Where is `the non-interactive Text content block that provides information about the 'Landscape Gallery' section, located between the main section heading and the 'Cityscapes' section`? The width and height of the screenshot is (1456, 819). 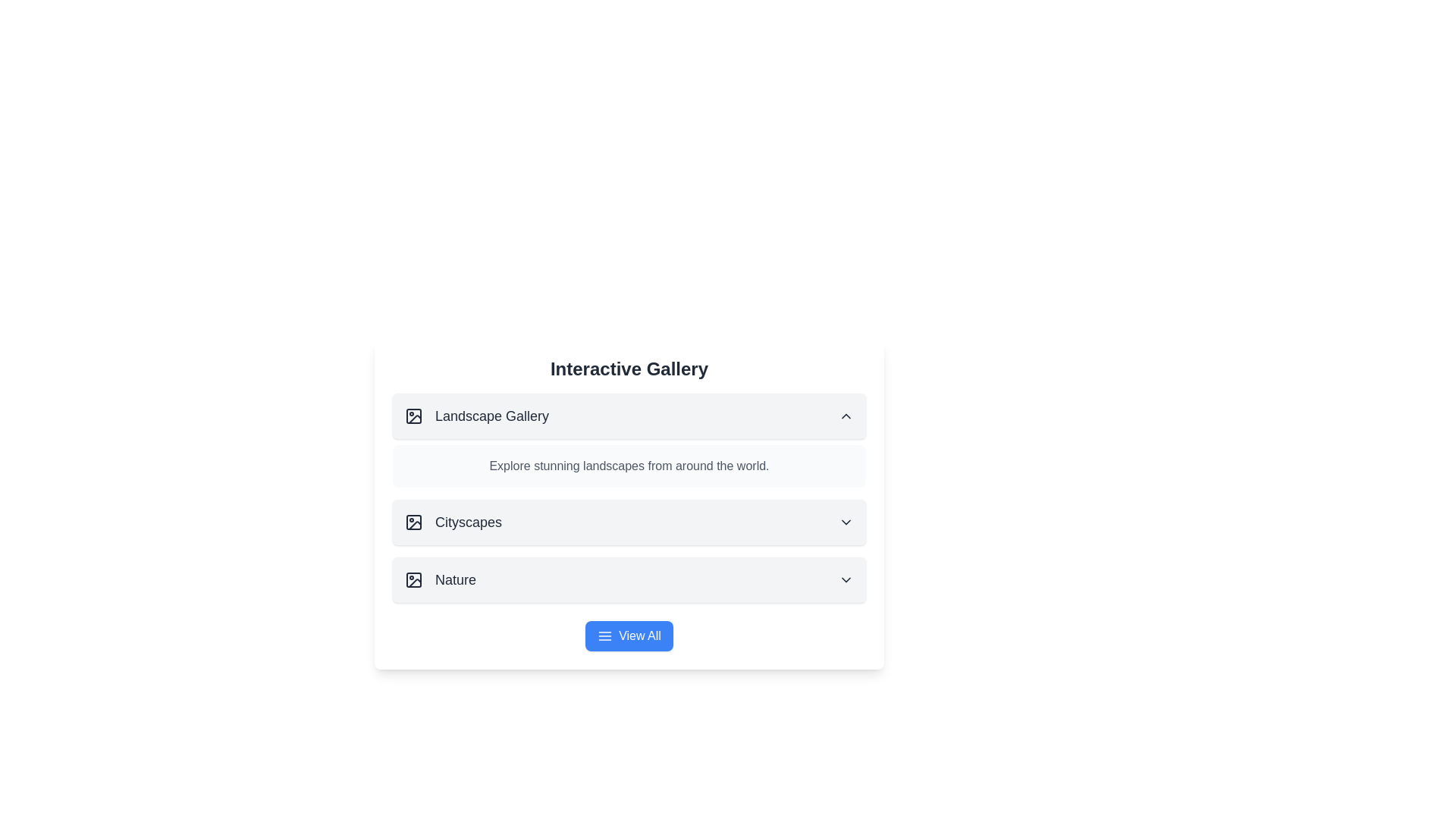 the non-interactive Text content block that provides information about the 'Landscape Gallery' section, located between the main section heading and the 'Cityscapes' section is located at coordinates (629, 465).